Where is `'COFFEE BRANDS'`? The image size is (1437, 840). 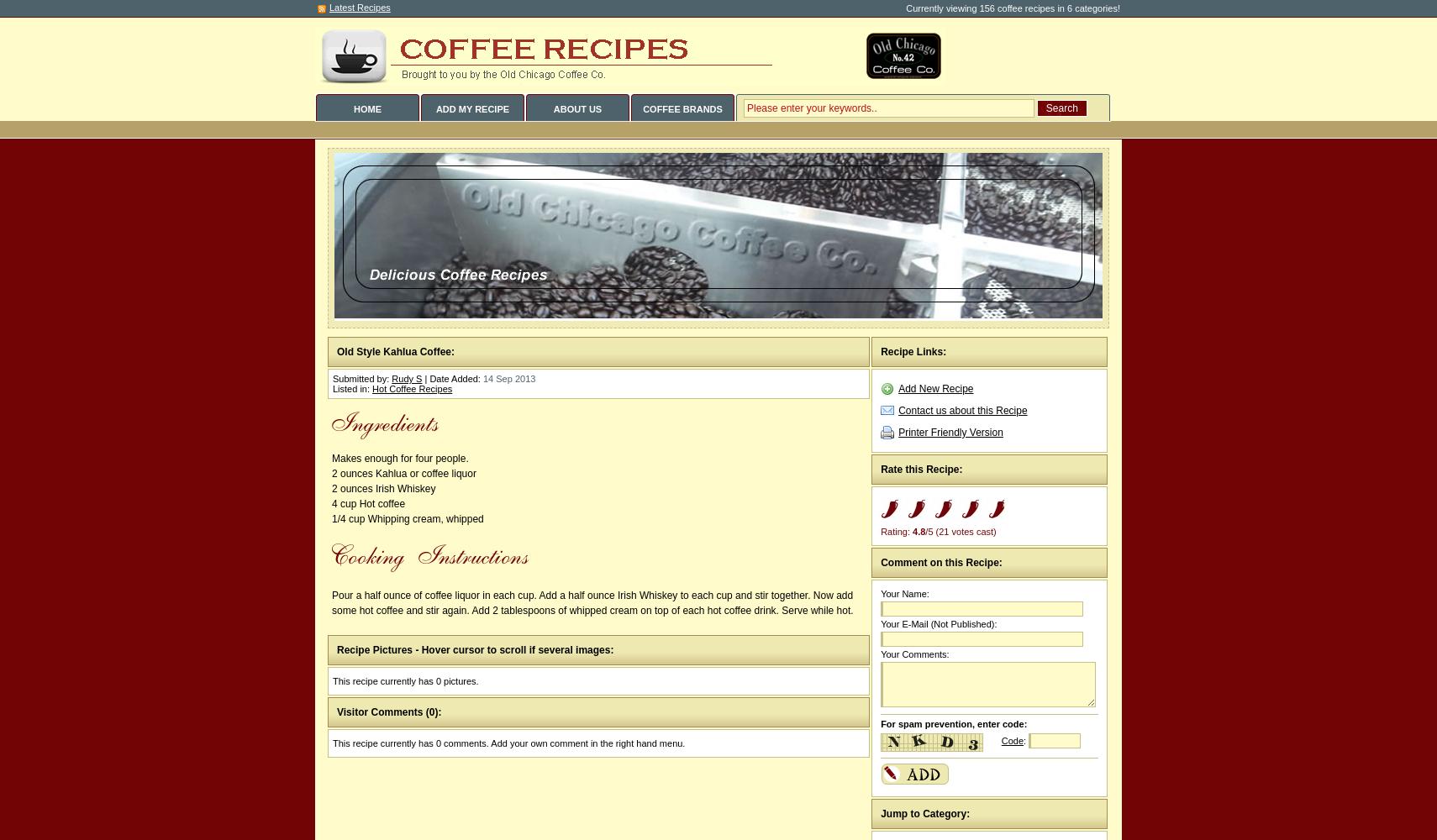 'COFFEE BRANDS' is located at coordinates (643, 109).